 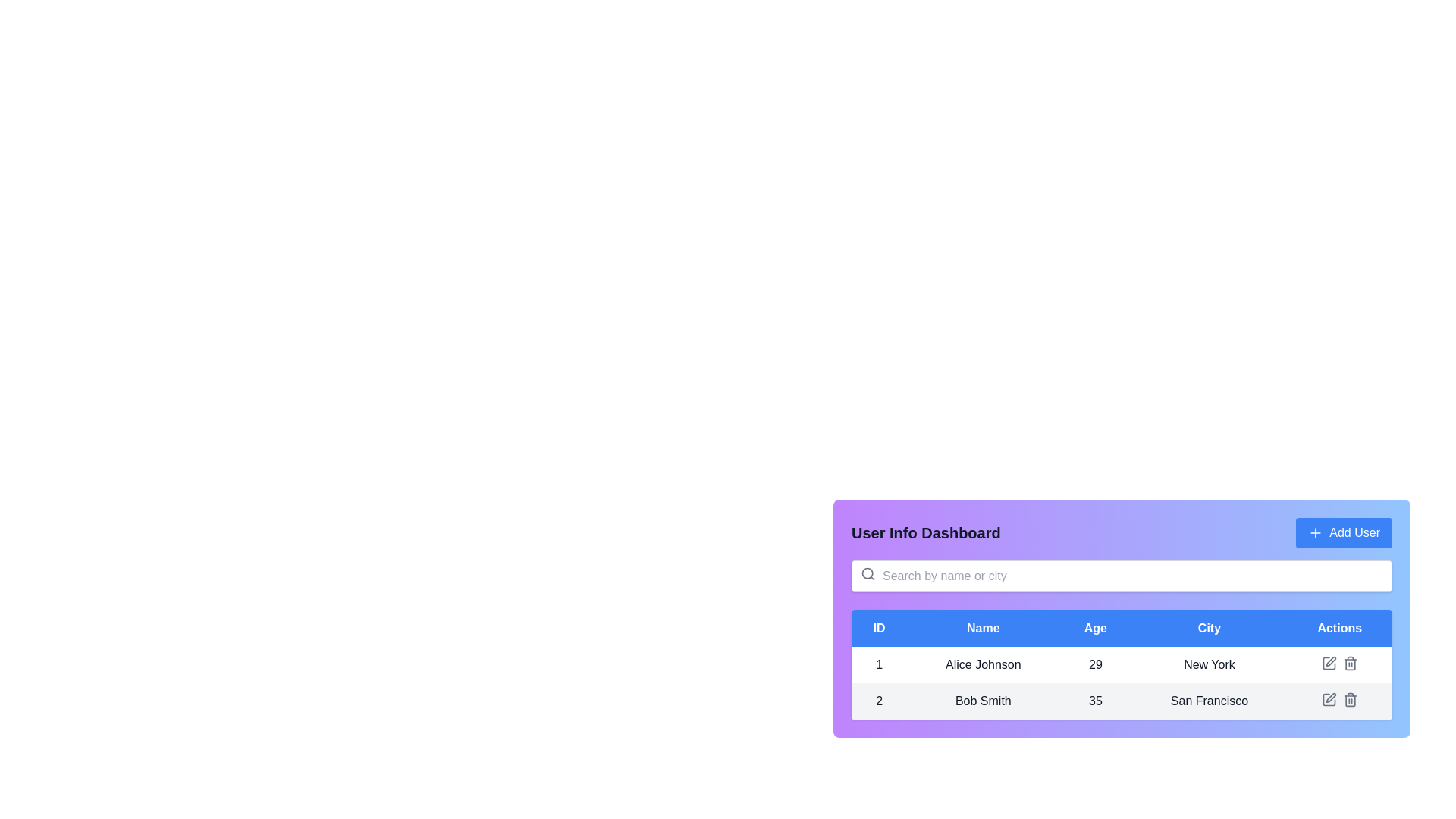 I want to click on the bright blue rectangular button with rounded edges labeled 'Add User', so click(x=1344, y=532).